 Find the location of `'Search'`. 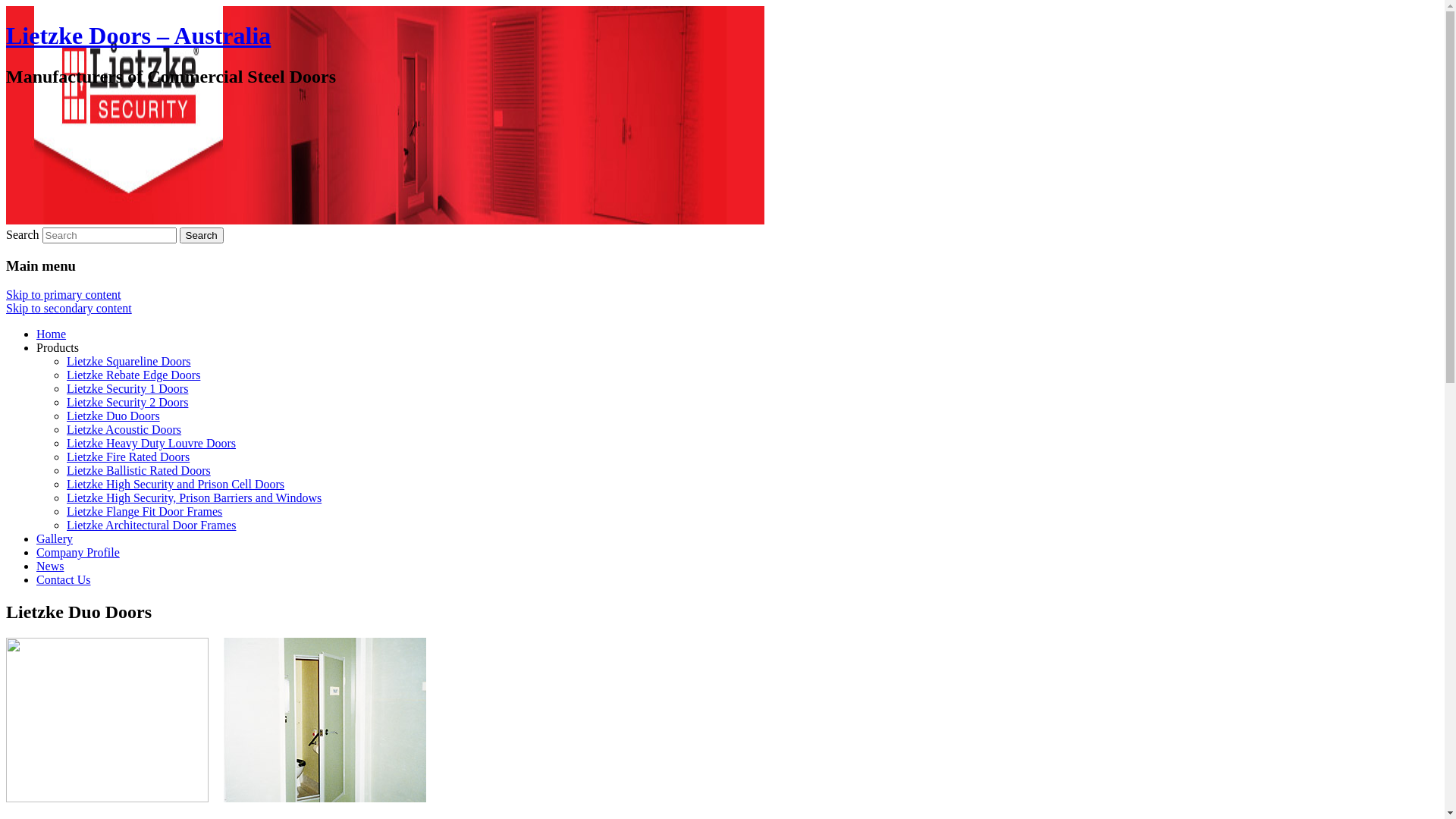

'Search' is located at coordinates (200, 235).